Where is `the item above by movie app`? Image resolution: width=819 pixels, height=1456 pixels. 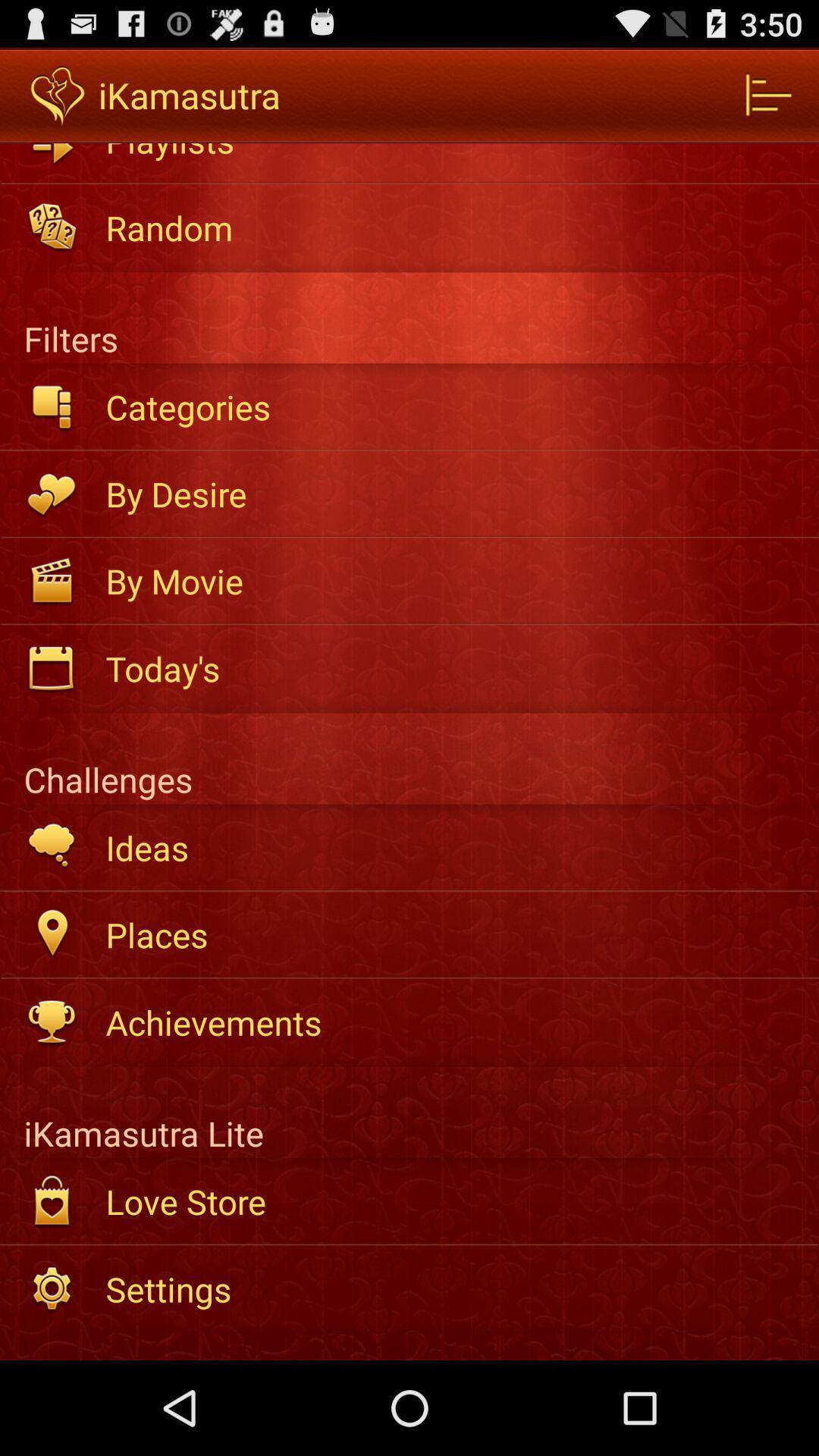 the item above by movie app is located at coordinates (451, 494).